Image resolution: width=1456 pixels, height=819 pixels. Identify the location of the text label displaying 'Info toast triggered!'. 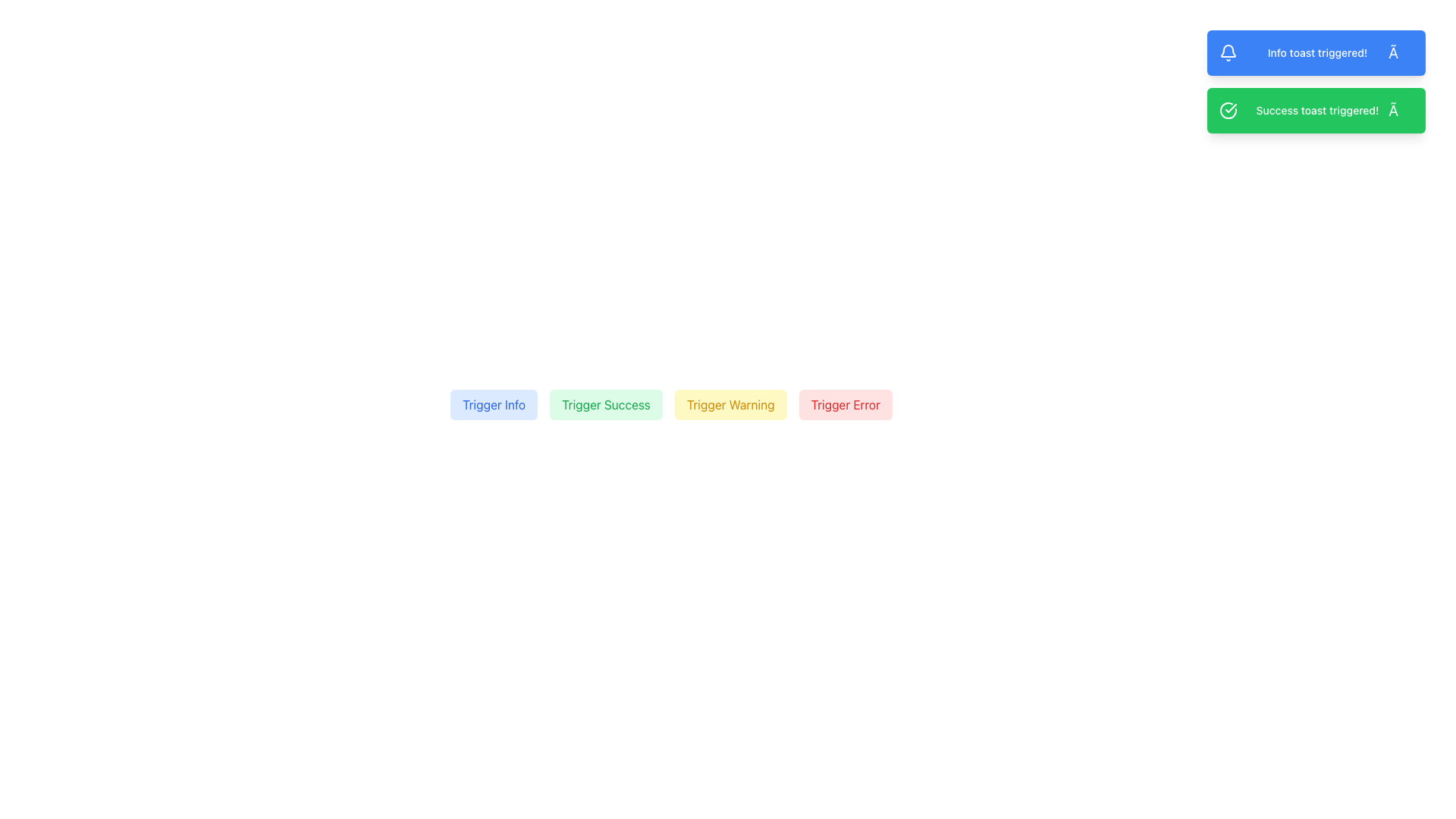
(1316, 52).